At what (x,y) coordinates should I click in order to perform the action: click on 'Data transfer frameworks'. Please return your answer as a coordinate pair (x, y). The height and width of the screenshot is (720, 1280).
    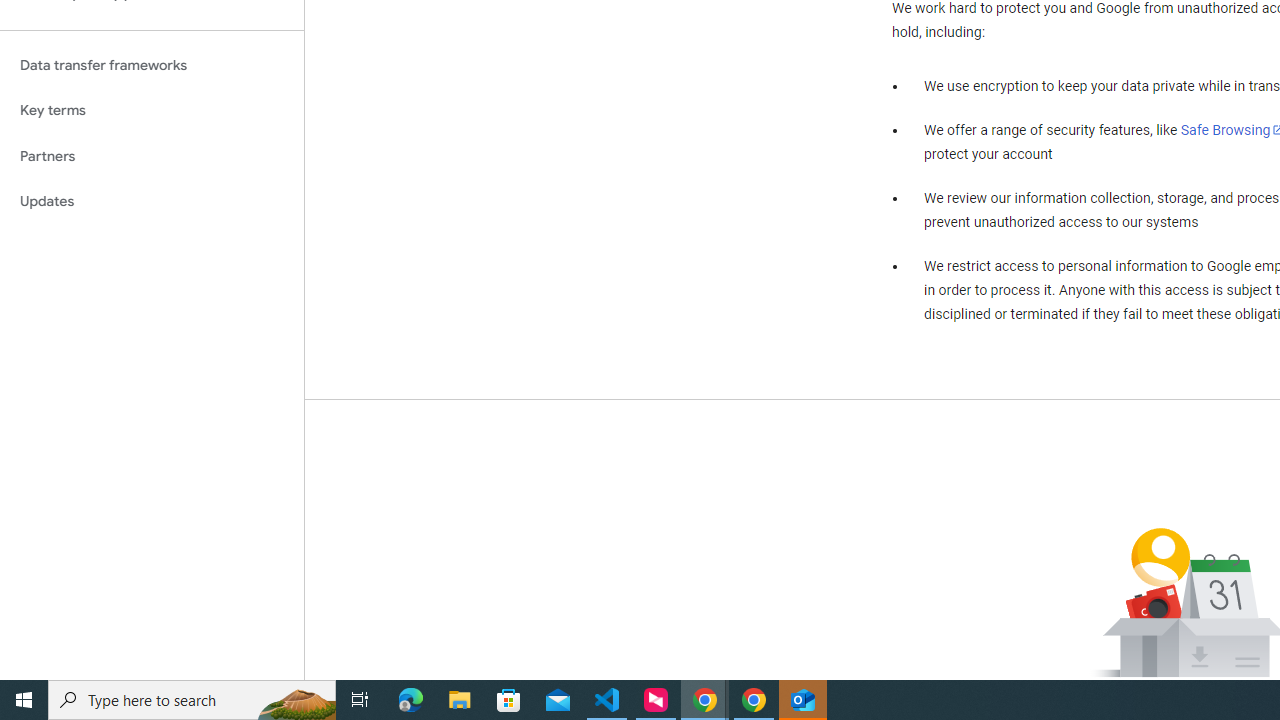
    Looking at the image, I should click on (151, 64).